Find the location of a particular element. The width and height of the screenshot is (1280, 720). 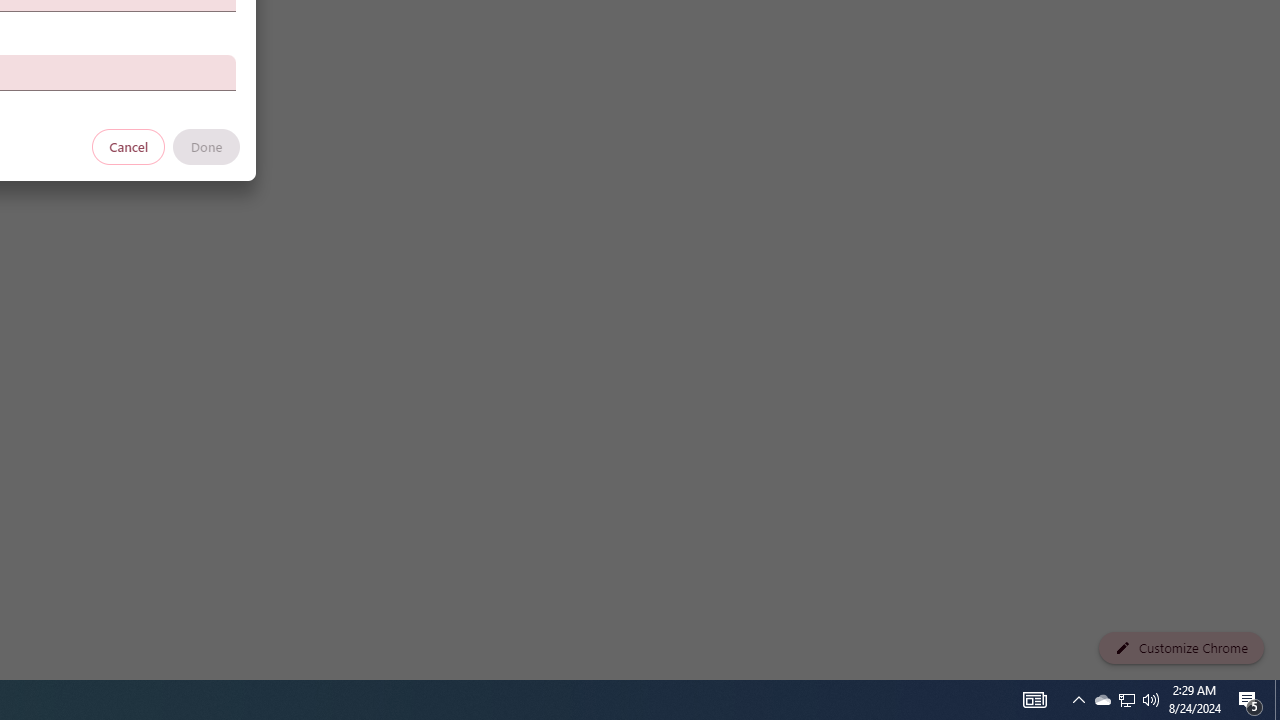

'Cancel' is located at coordinates (128, 145).